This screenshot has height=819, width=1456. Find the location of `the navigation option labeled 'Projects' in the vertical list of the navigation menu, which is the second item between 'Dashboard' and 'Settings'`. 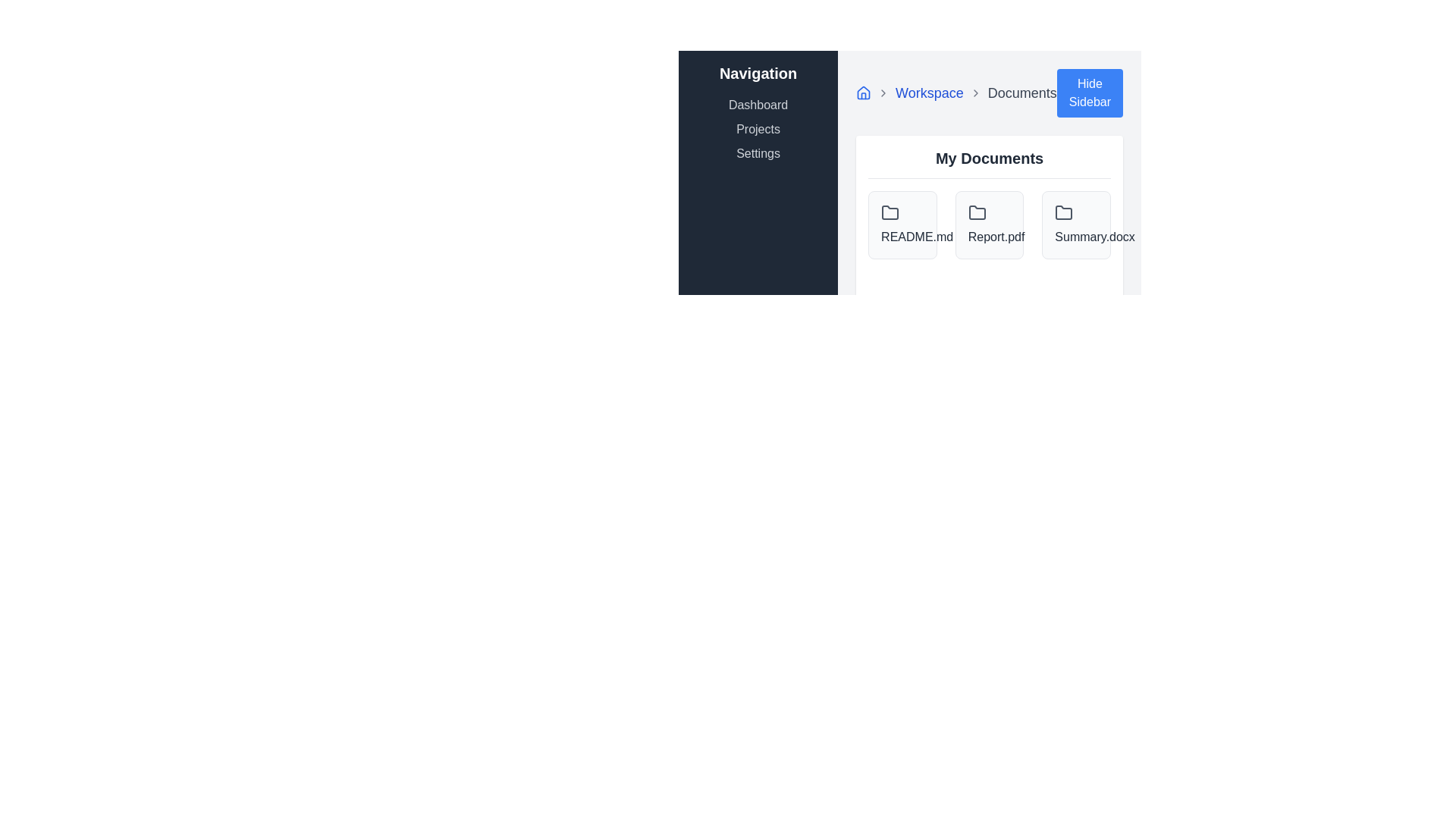

the navigation option labeled 'Projects' in the vertical list of the navigation menu, which is the second item between 'Dashboard' and 'Settings' is located at coordinates (758, 128).